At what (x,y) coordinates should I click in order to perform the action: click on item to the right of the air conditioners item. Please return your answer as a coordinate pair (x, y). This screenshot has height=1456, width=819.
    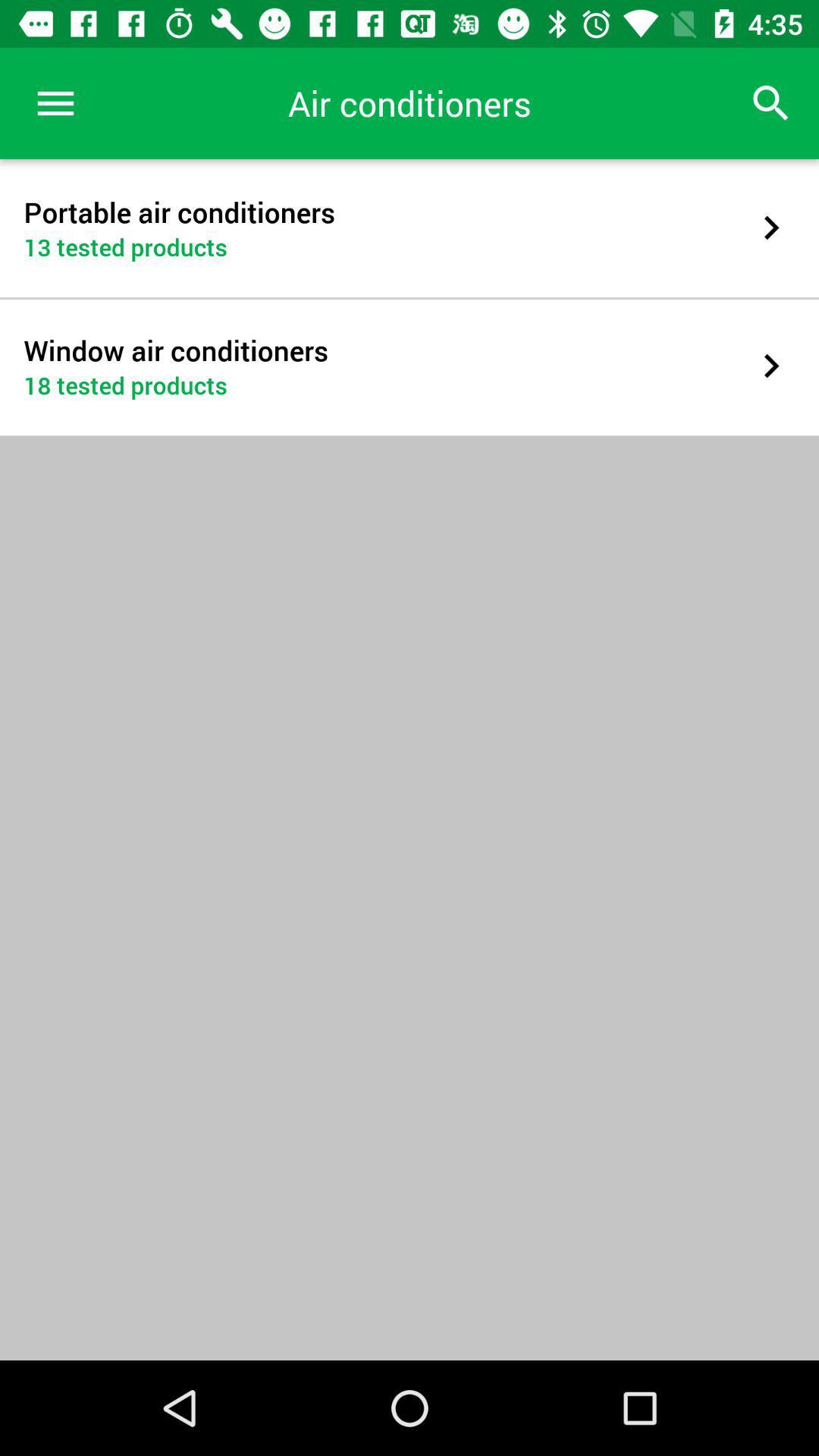
    Looking at the image, I should click on (771, 102).